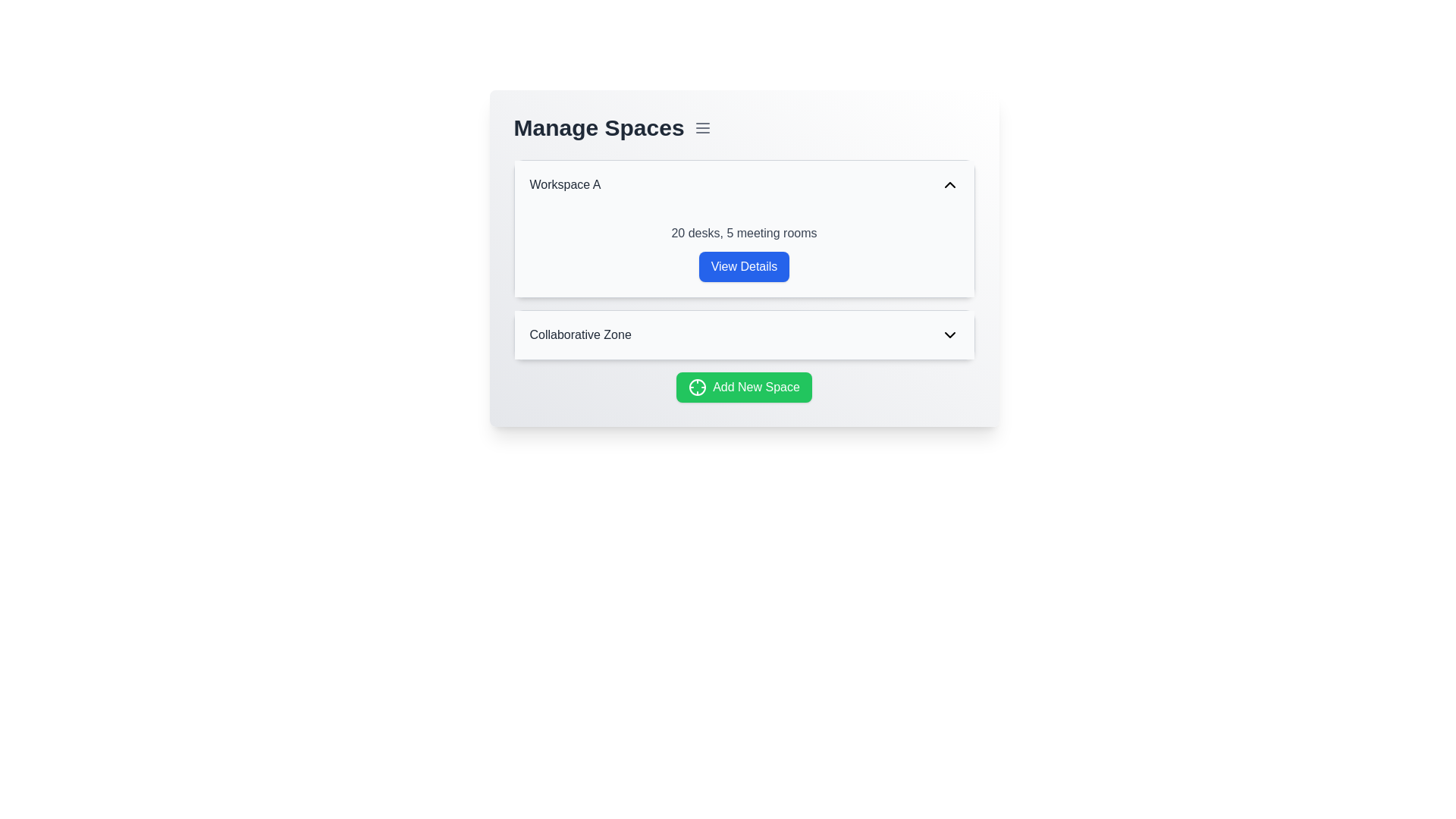 The image size is (1456, 819). I want to click on the upward-pointing chevron icon with a thin black stroke located in the top-right corner of the header labeled 'Workspace A' to observe any interactive feedback, so click(949, 184).